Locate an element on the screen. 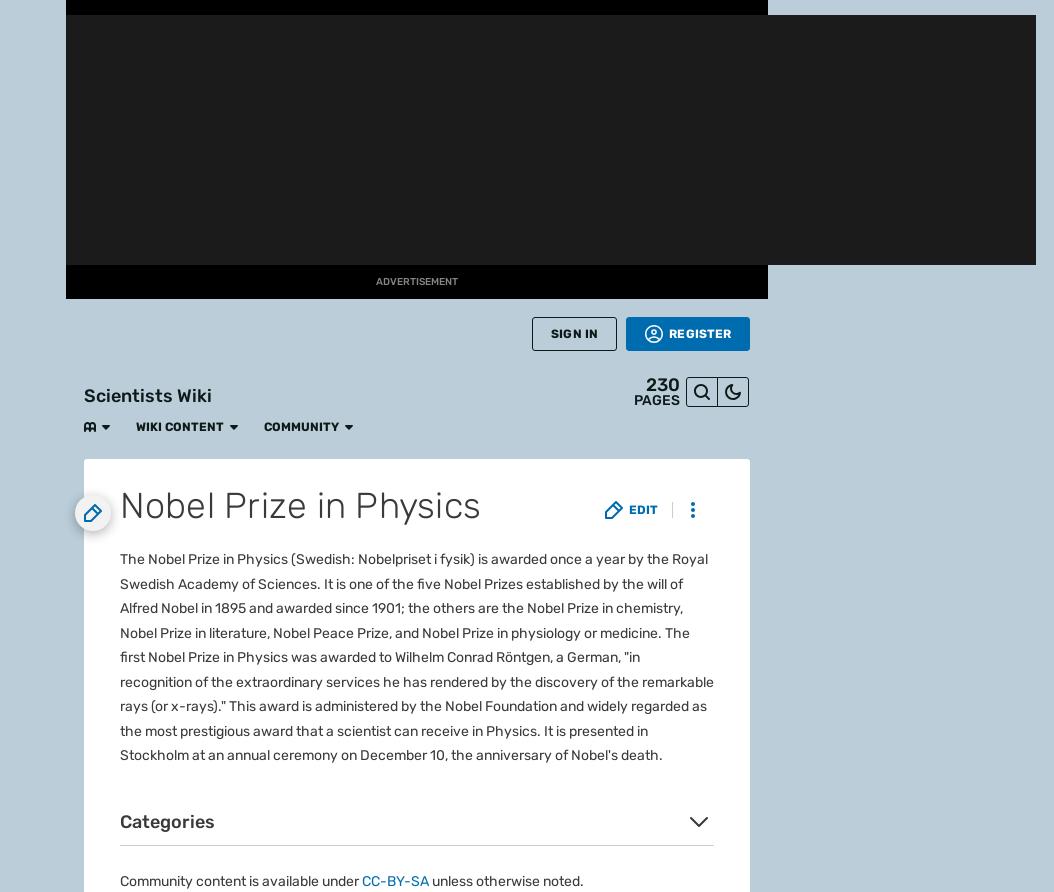 Image resolution: width=1054 pixels, height=892 pixels. 'Local Sitemap' is located at coordinates (476, 463).